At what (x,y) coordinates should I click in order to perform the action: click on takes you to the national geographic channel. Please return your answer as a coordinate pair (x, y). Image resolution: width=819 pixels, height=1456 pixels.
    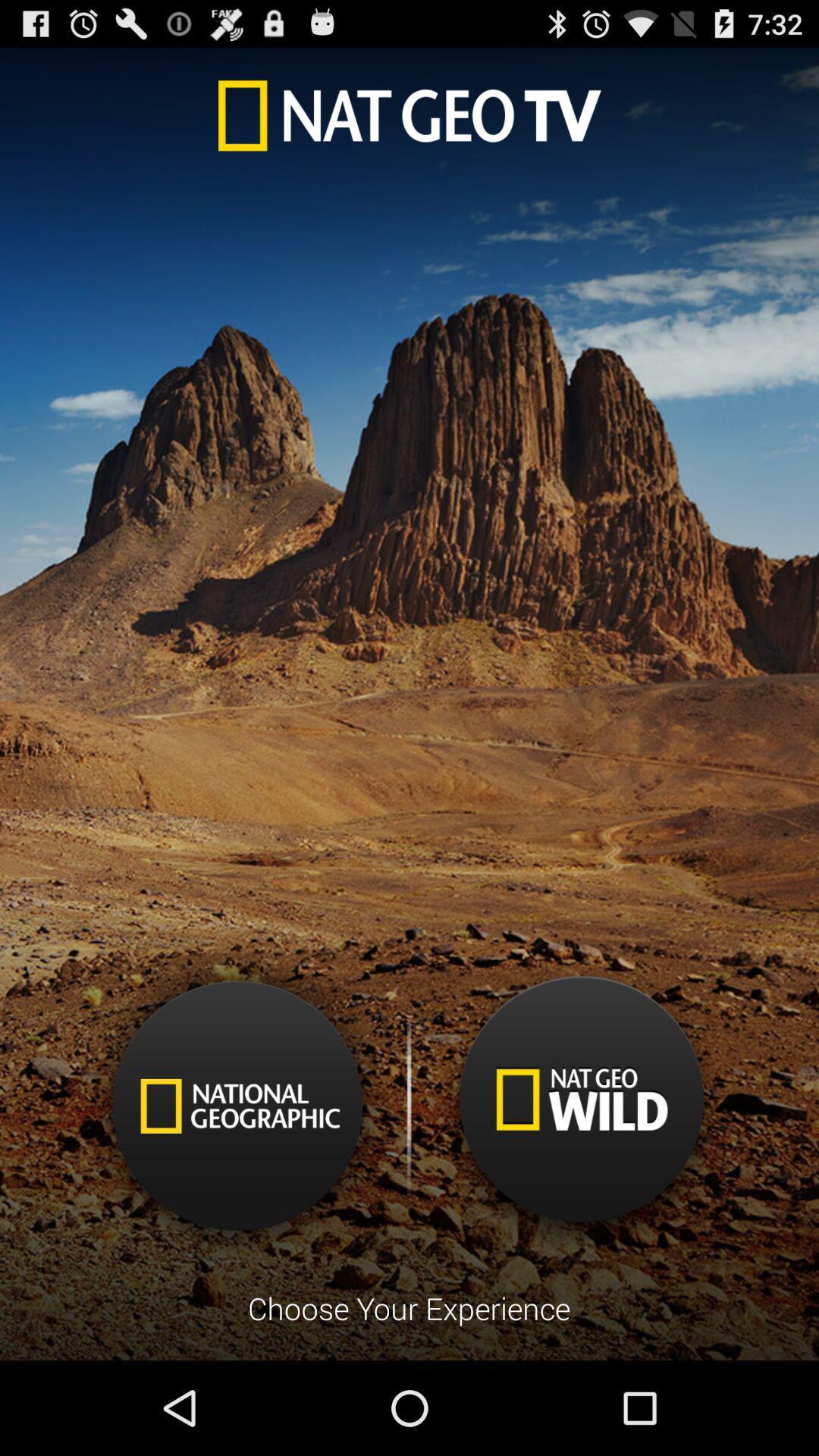
    Looking at the image, I should click on (237, 1106).